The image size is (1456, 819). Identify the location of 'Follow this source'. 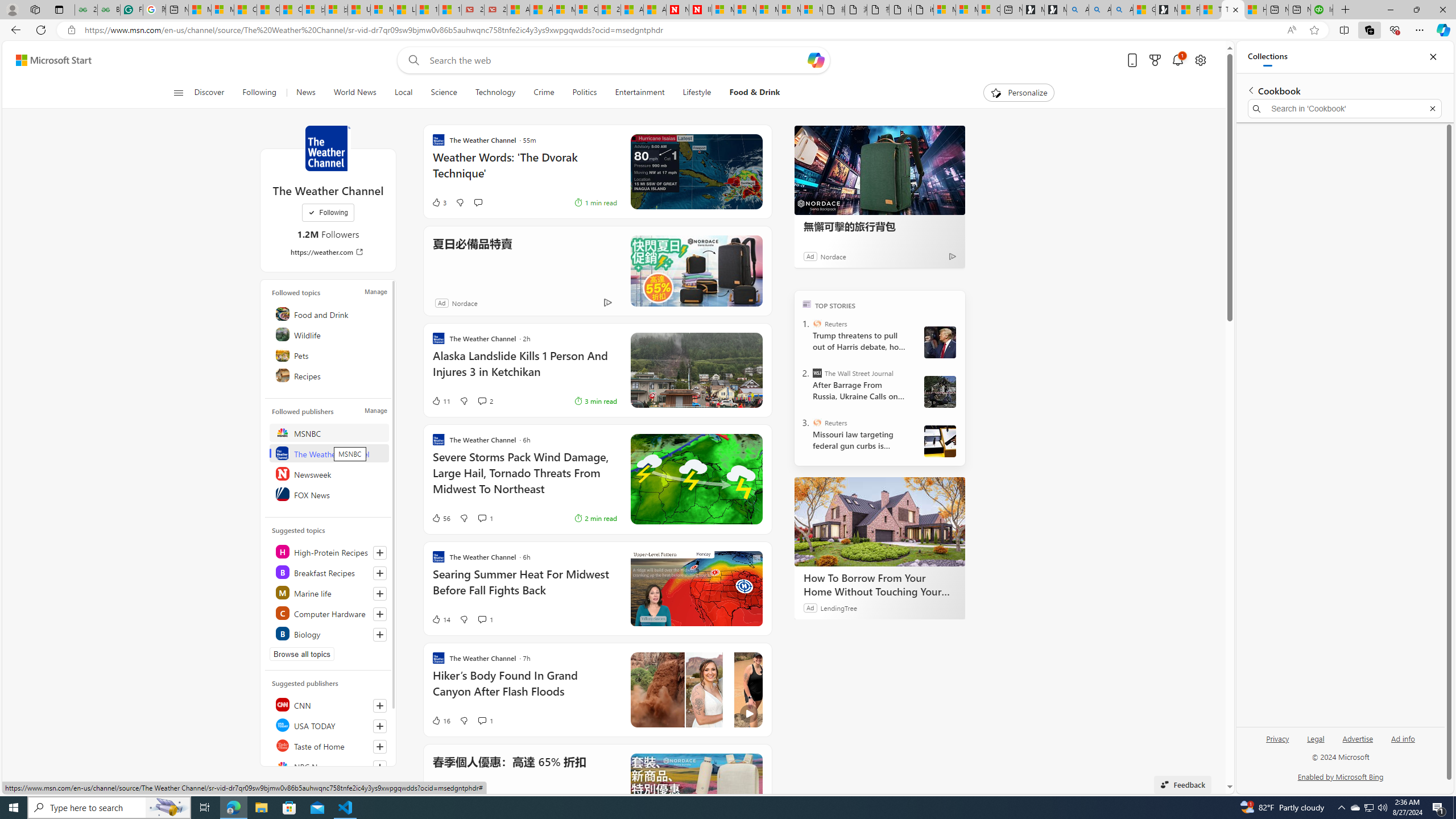
(380, 767).